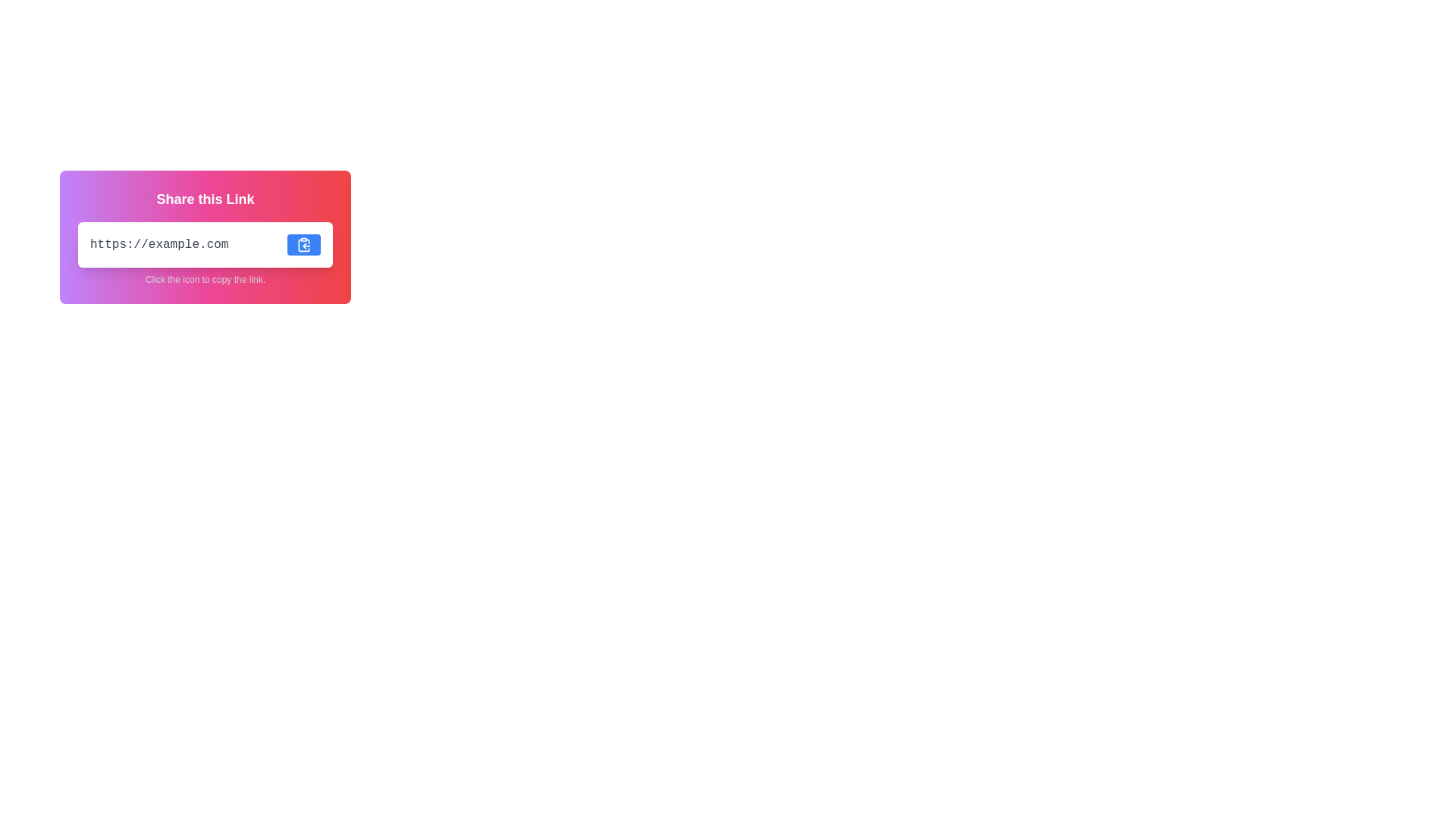 This screenshot has width=1456, height=819. Describe the element at coordinates (303, 244) in the screenshot. I see `the blue rectangular button with a white clip icon to copy the URL` at that location.